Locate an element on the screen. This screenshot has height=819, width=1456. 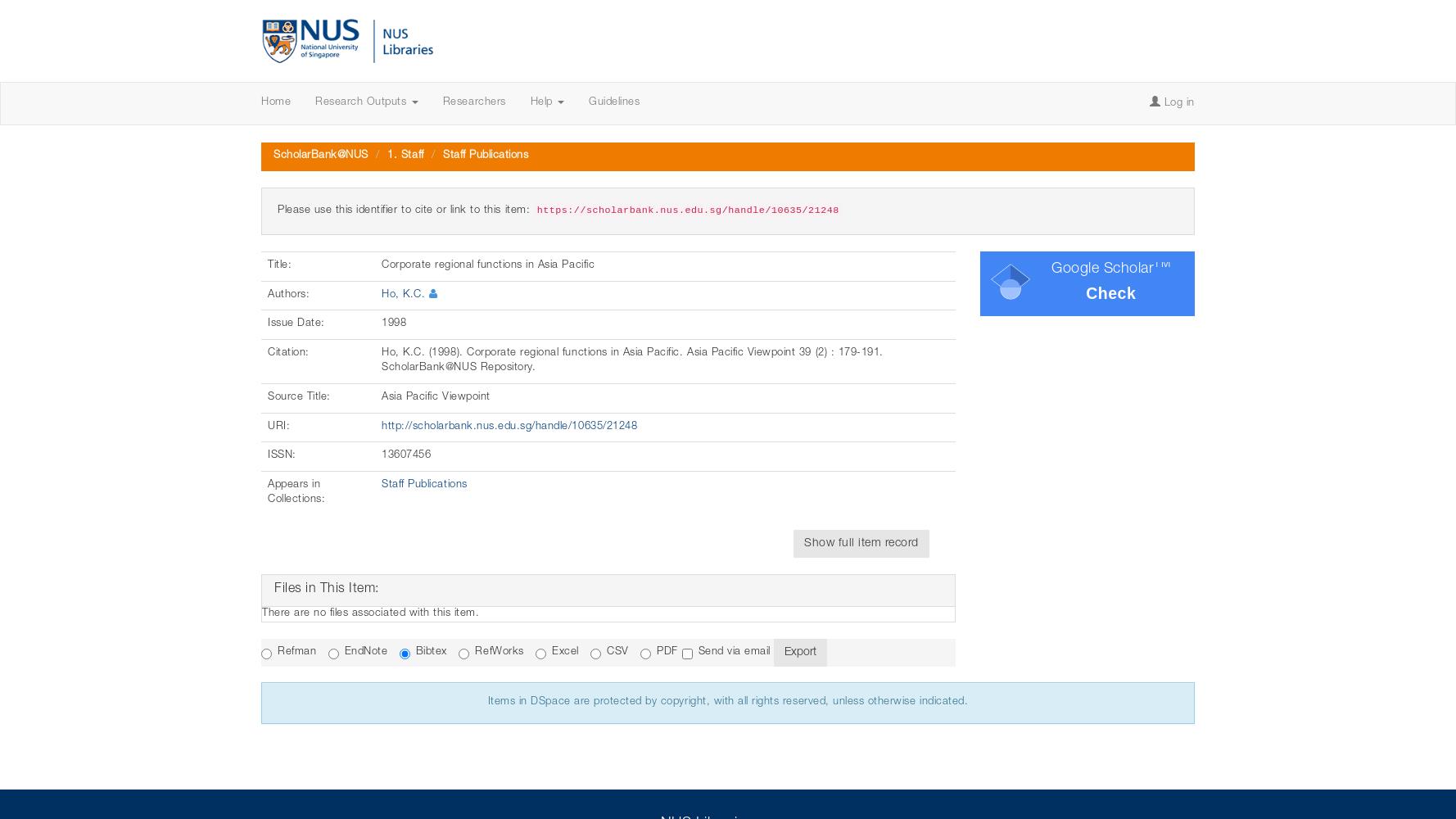
'Source Title:' is located at coordinates (300, 396).